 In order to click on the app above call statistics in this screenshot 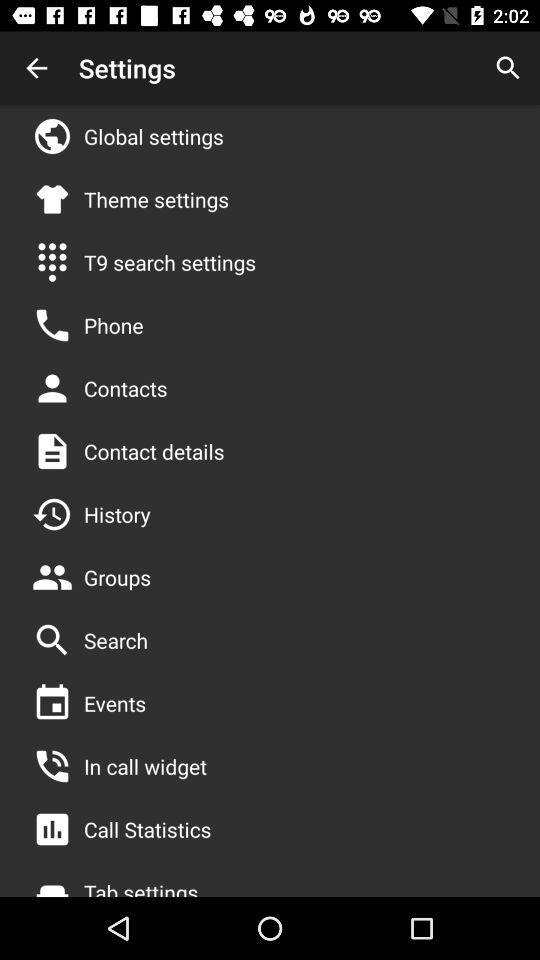, I will do `click(144, 765)`.